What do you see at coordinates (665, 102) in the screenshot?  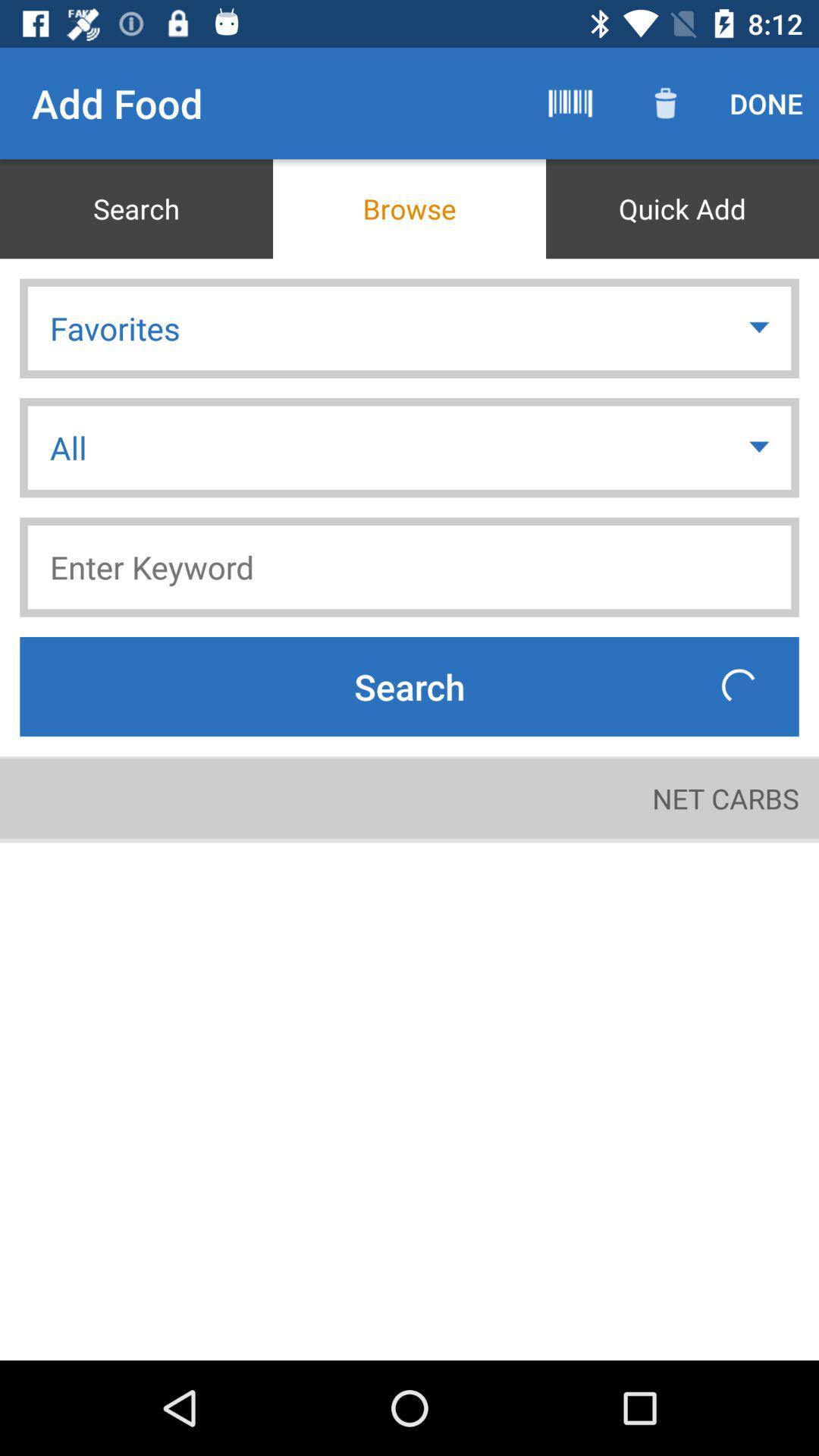 I see `the icon next to the done` at bounding box center [665, 102].